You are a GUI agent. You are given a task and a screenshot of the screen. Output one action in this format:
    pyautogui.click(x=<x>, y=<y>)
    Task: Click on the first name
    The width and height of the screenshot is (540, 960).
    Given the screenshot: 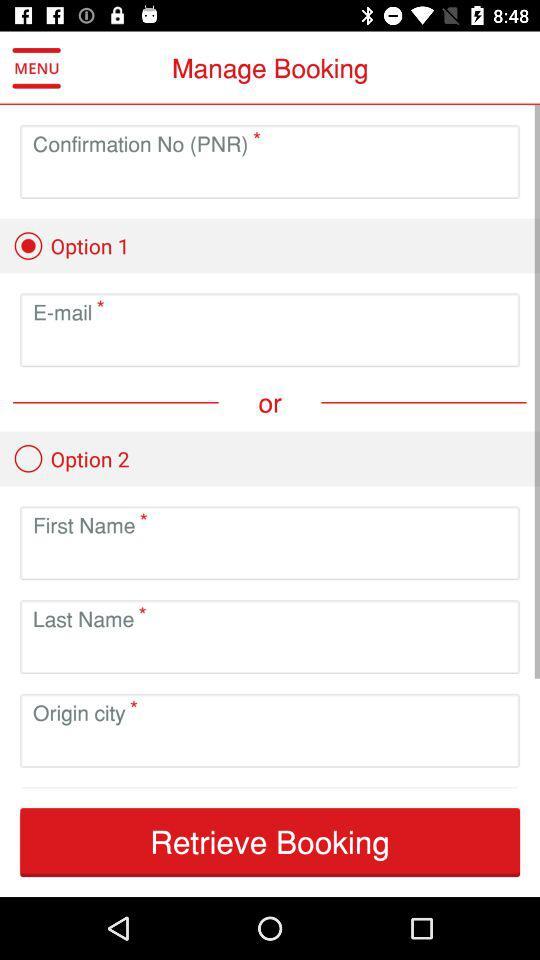 What is the action you would take?
    pyautogui.click(x=270, y=559)
    